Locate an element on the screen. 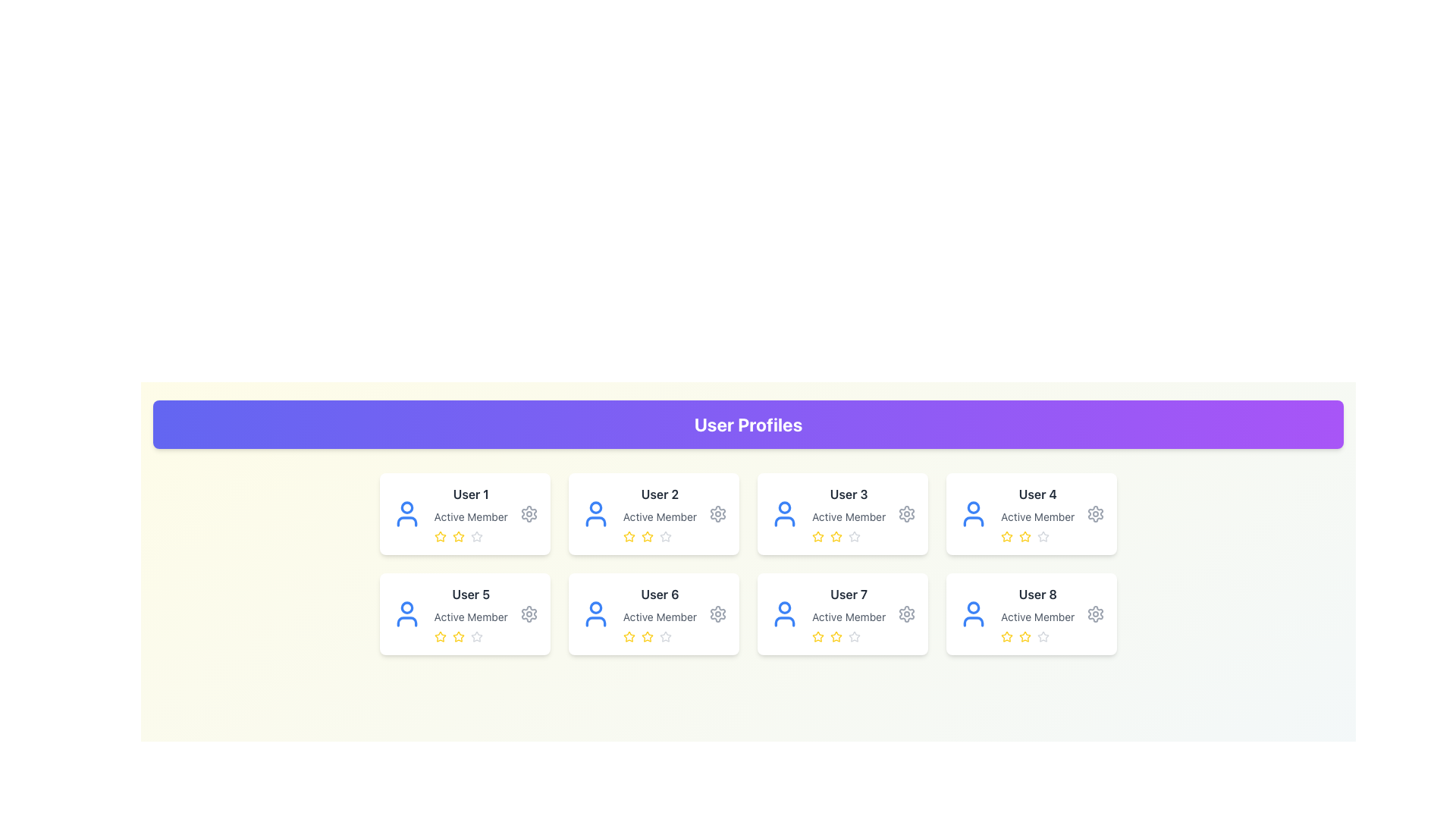  the settings icon located in the top-right corner of the 'User 6' card in the second row's second column of the 'User Profiles' section, which likely opens settings or options related to User 6 is located at coordinates (717, 614).